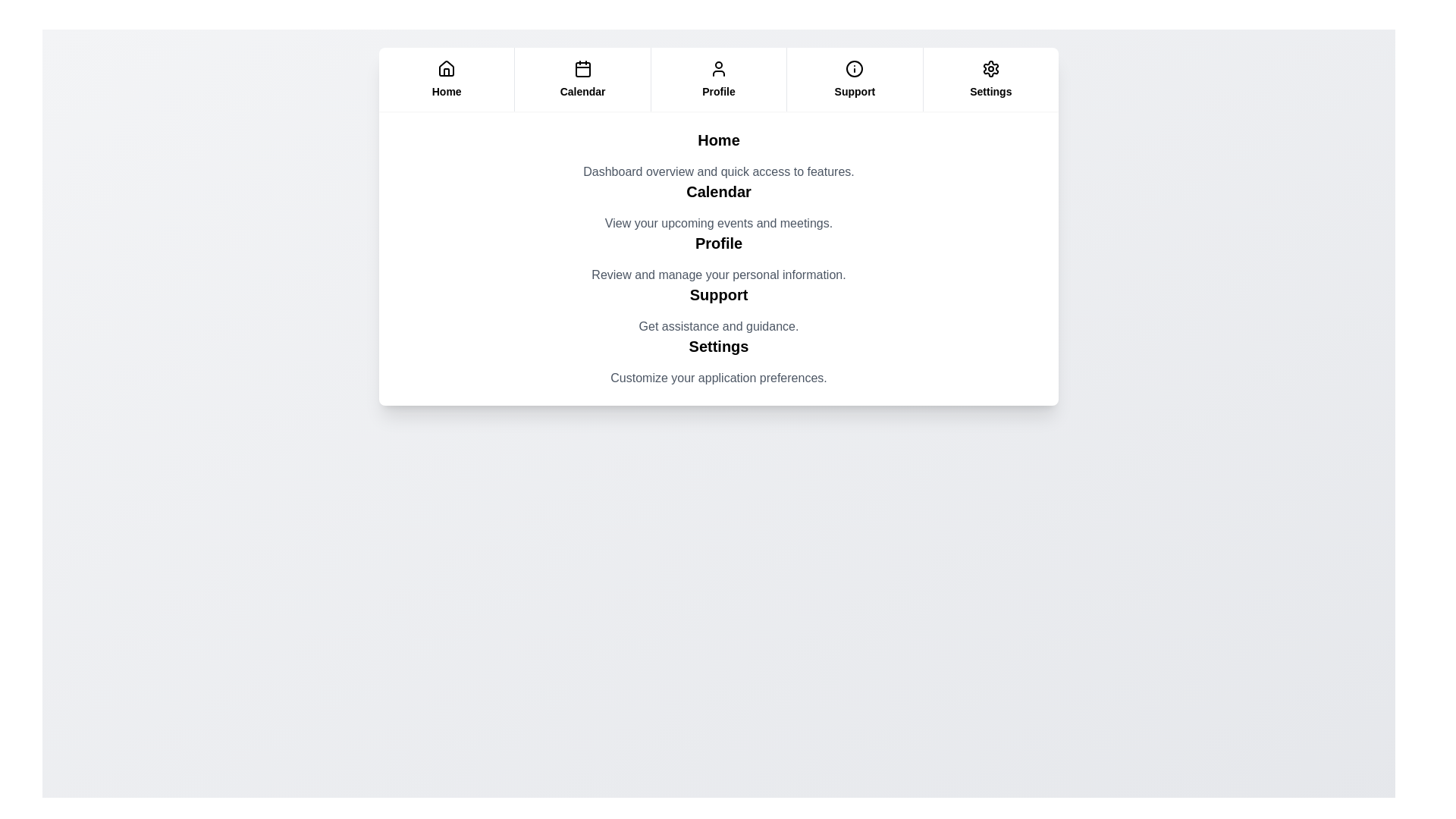 The width and height of the screenshot is (1456, 819). I want to click on the 'Home' text label, which is styled with a small bold font and positioned directly beneath the house icon in the navigation menu, so click(446, 91).